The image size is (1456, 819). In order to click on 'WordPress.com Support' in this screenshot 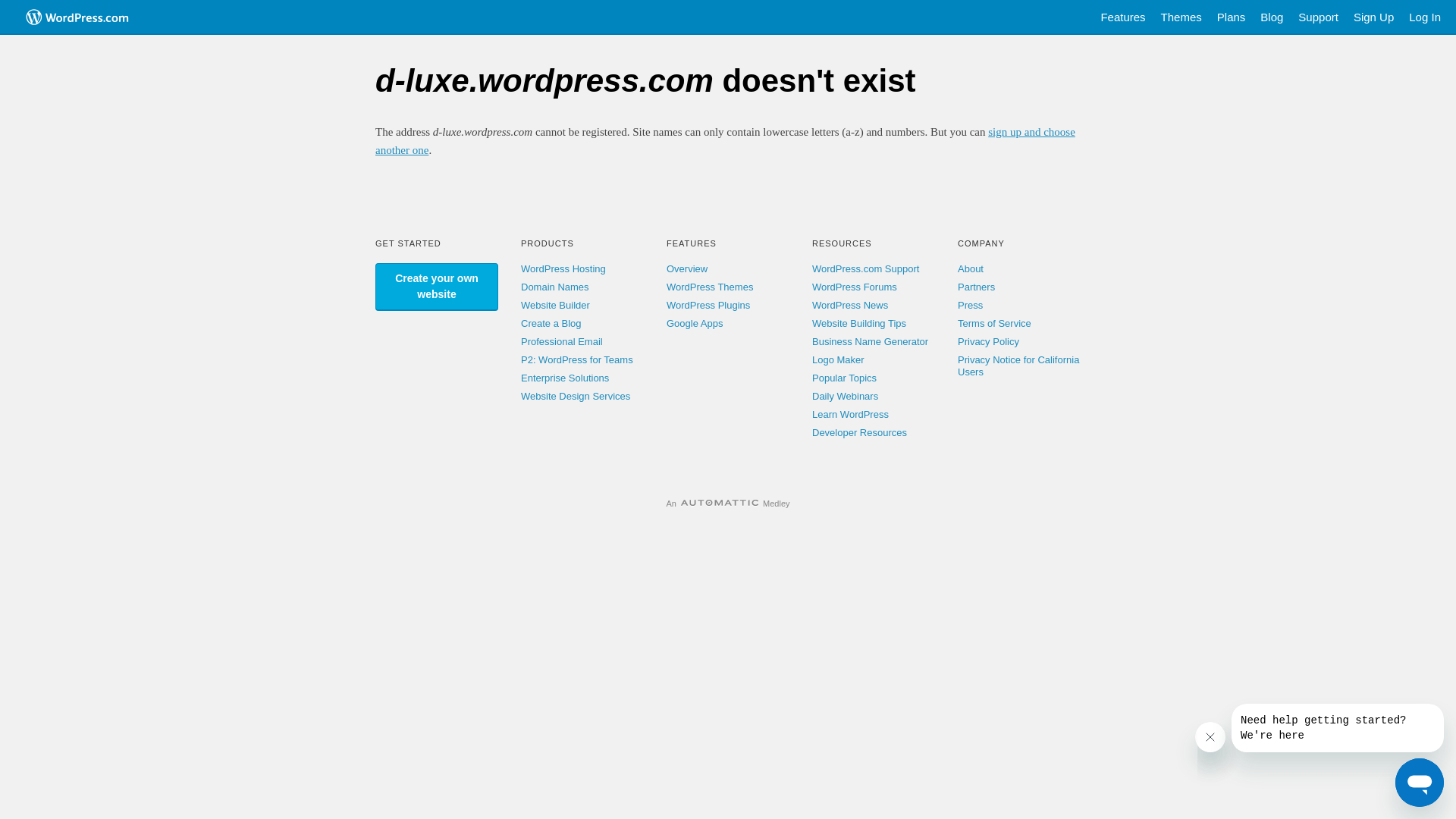, I will do `click(865, 268)`.